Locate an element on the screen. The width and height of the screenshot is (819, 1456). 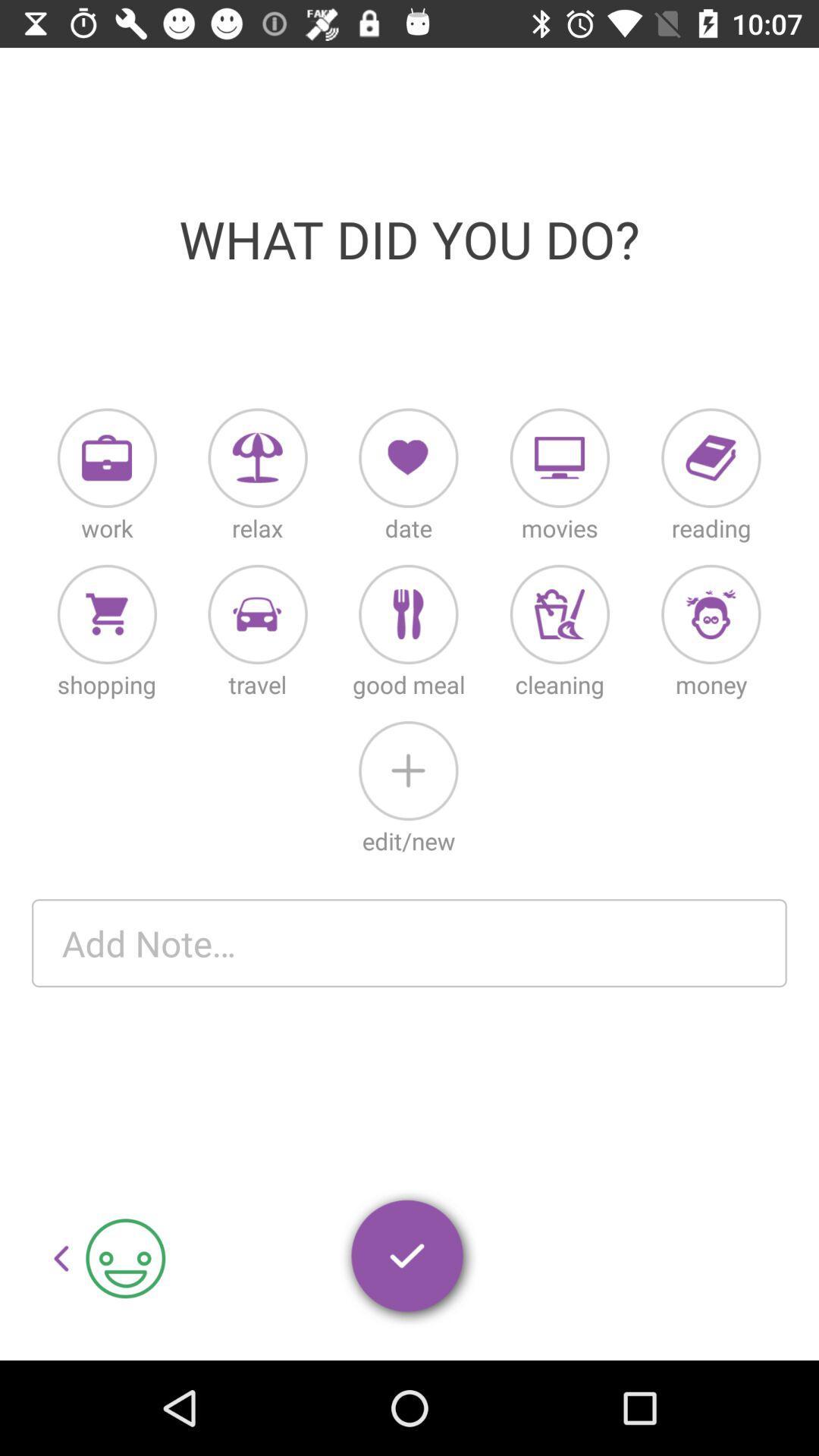
dating is located at coordinates (407, 457).